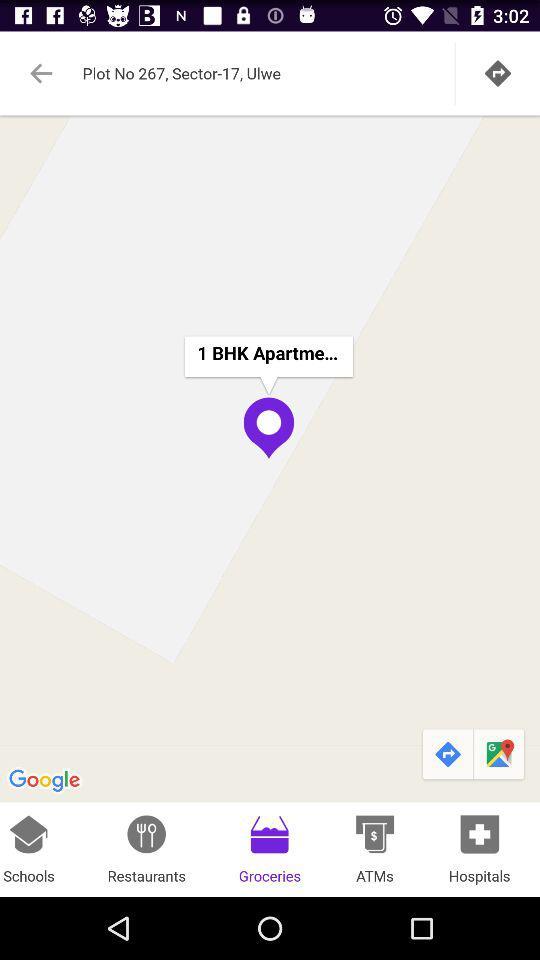 The height and width of the screenshot is (960, 540). I want to click on the icon above hospitals item, so click(499, 754).